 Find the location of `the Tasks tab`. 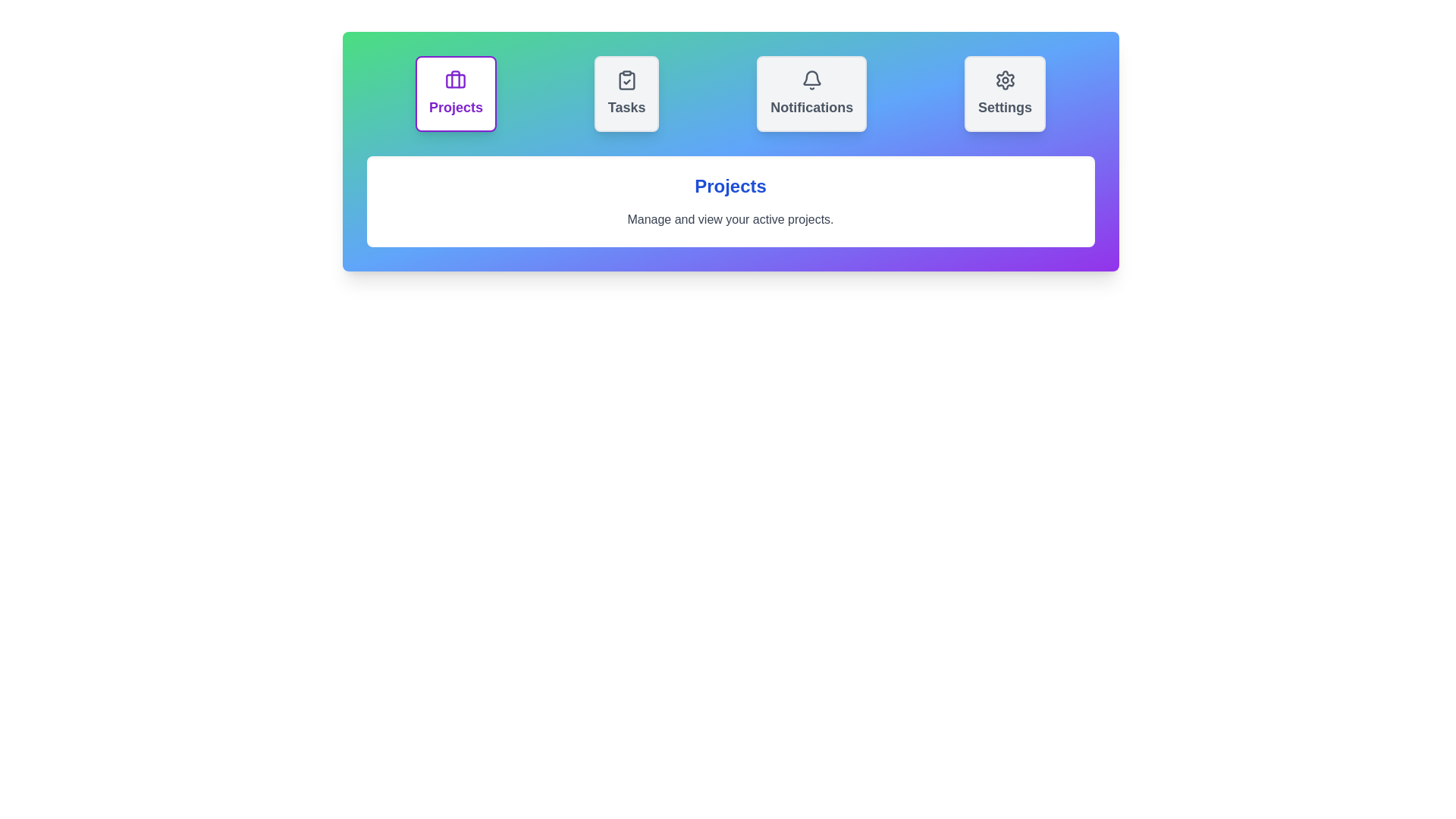

the Tasks tab is located at coordinates (626, 93).